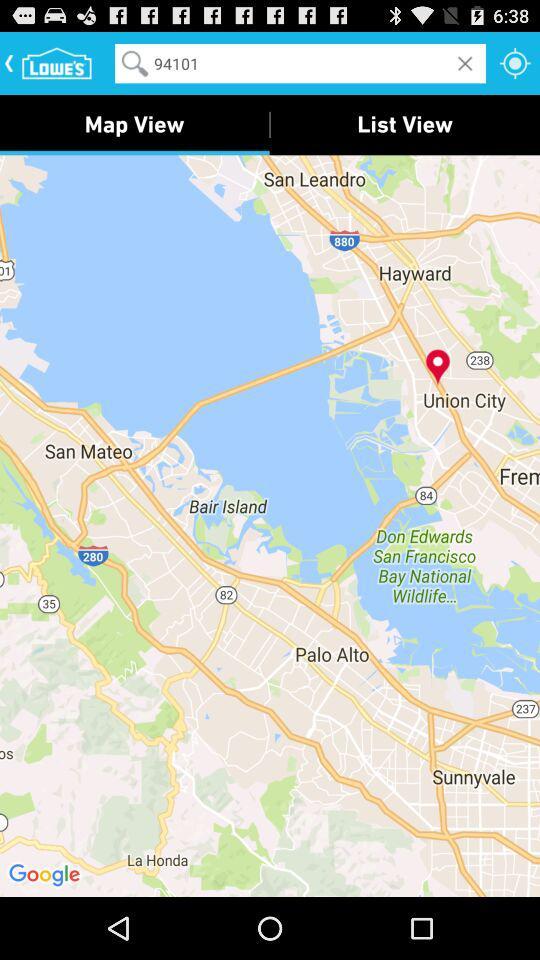 This screenshot has width=540, height=960. Describe the element at coordinates (515, 62) in the screenshot. I see `icon next to the 94101 item` at that location.